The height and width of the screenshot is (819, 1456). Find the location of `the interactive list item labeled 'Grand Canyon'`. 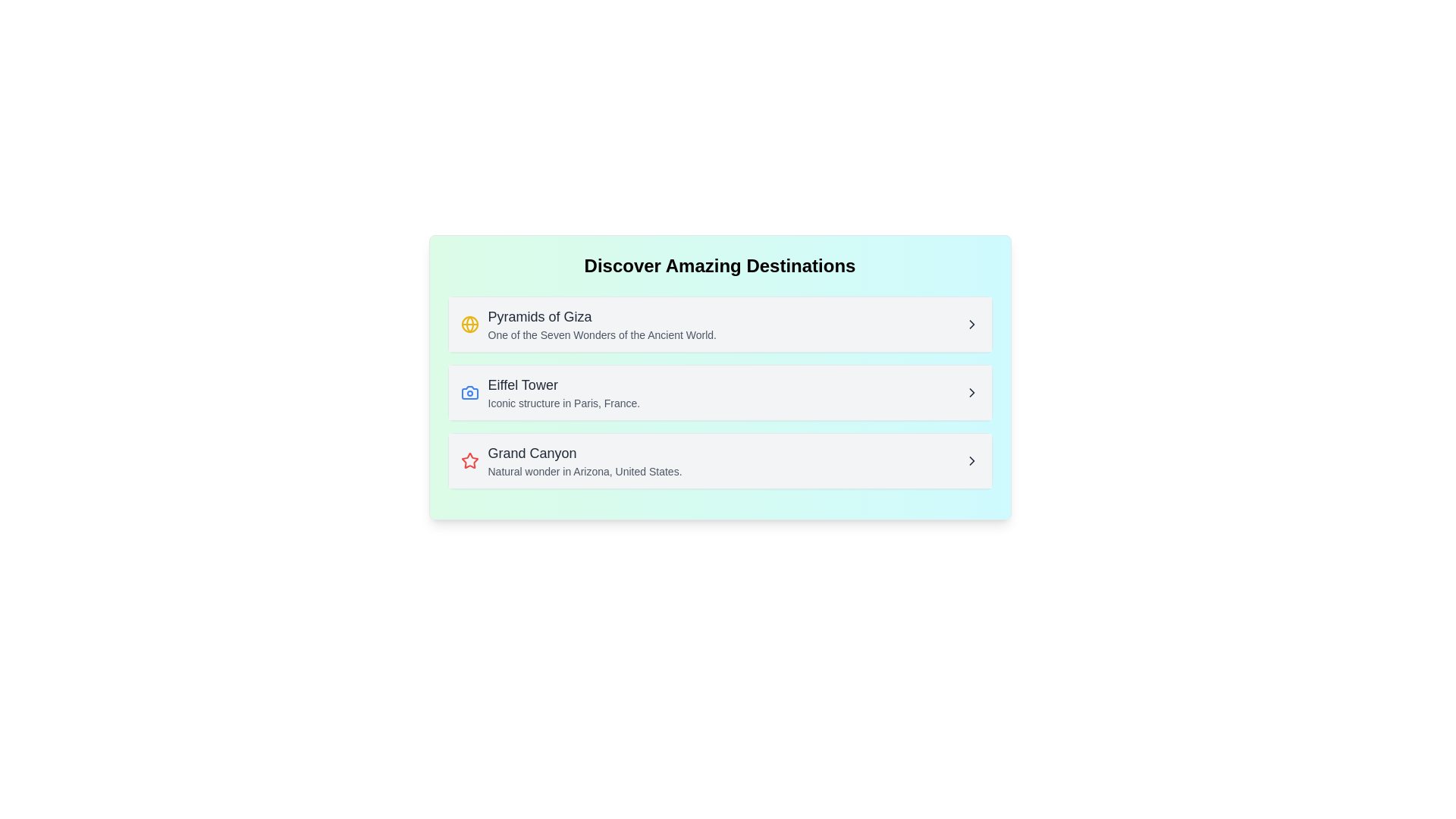

the interactive list item labeled 'Grand Canyon' is located at coordinates (719, 460).